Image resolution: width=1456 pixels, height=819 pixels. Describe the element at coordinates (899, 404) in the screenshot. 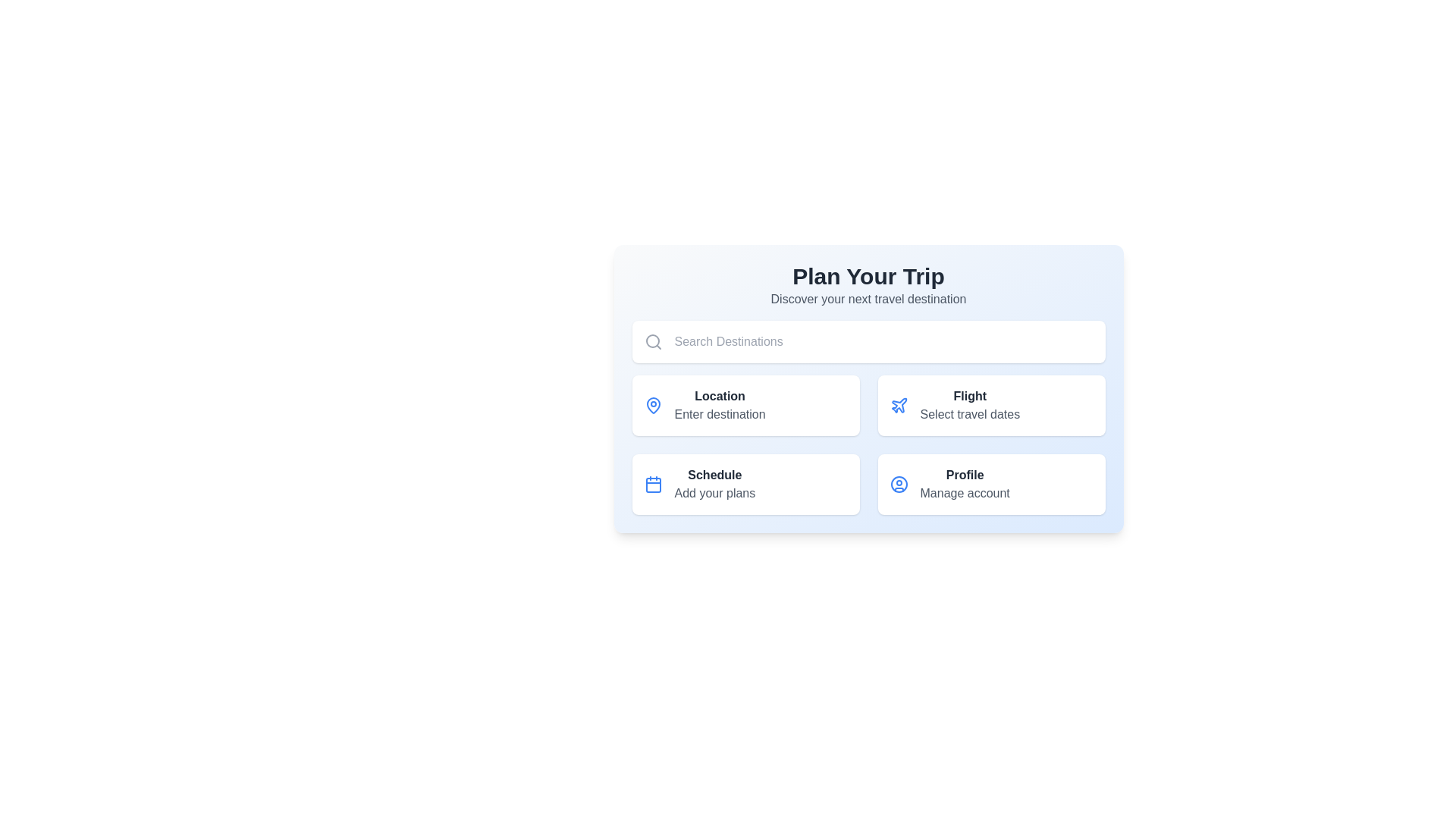

I see `the flight symbol icon located in the second row's right module, which indicates flight-related functionalities` at that location.